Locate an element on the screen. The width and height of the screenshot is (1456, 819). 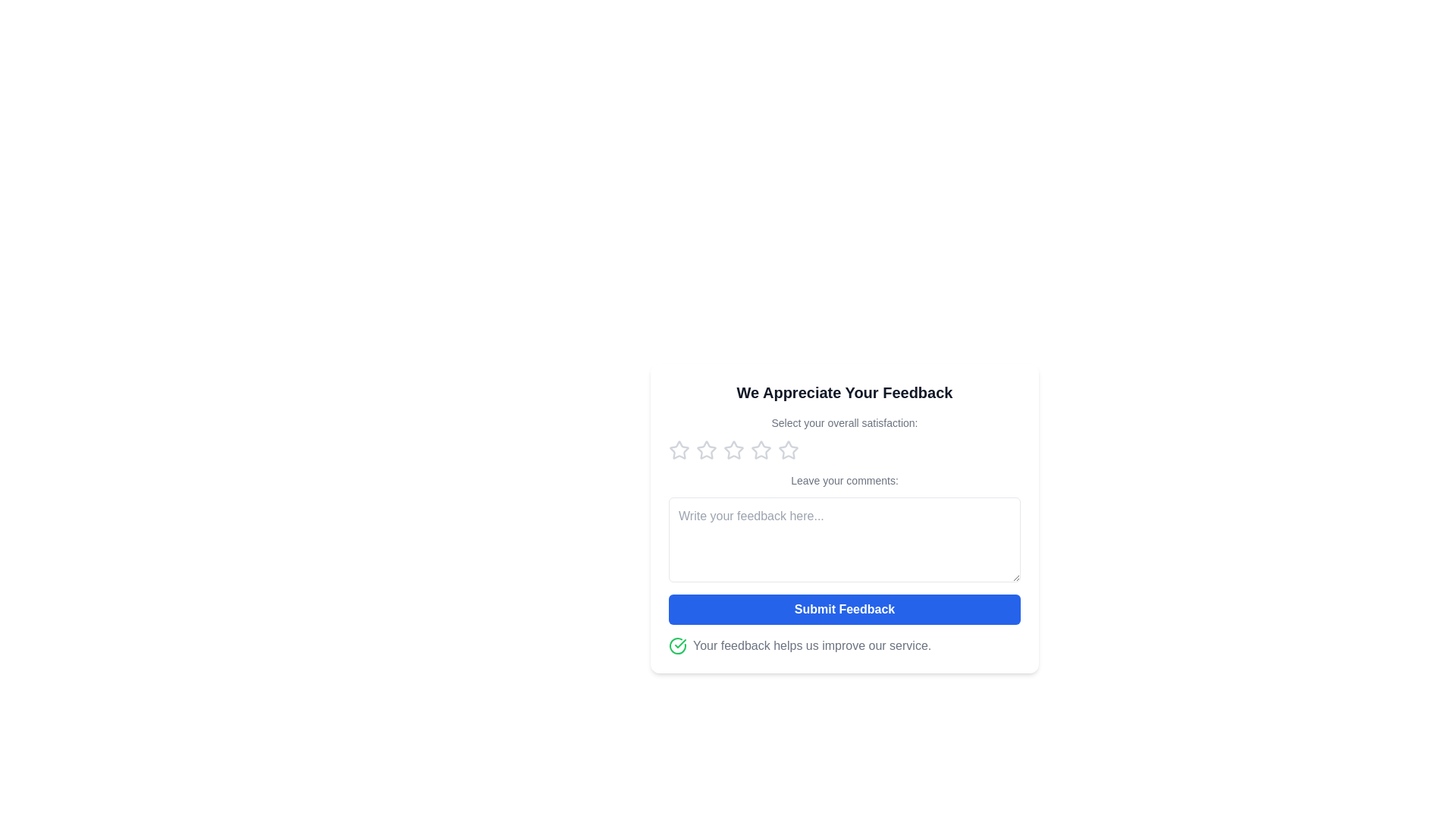
the second star icon in the rating row, positioned under the text 'Select your overall satisfaction' is located at coordinates (734, 449).